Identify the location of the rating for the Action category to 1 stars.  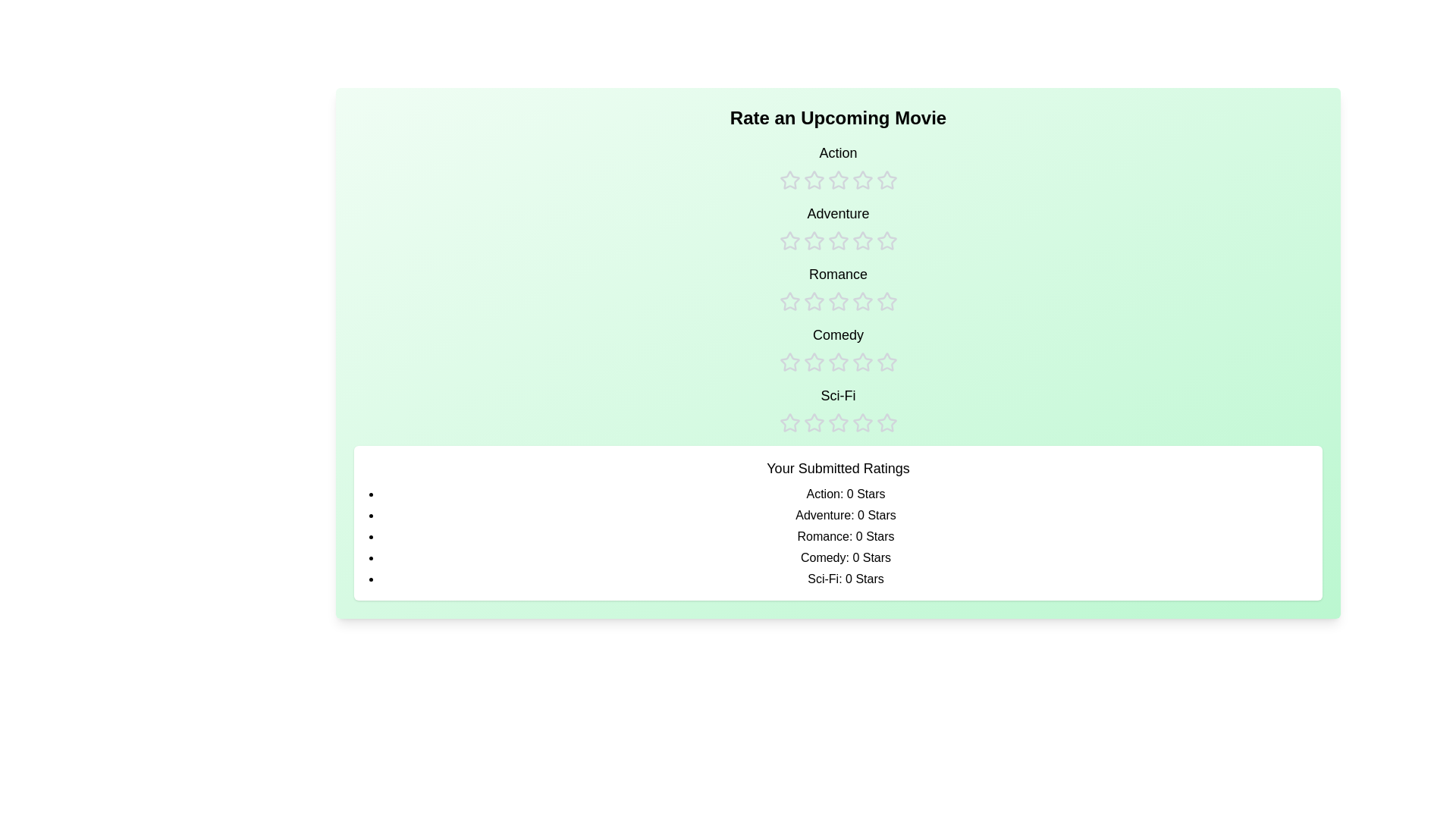
(789, 166).